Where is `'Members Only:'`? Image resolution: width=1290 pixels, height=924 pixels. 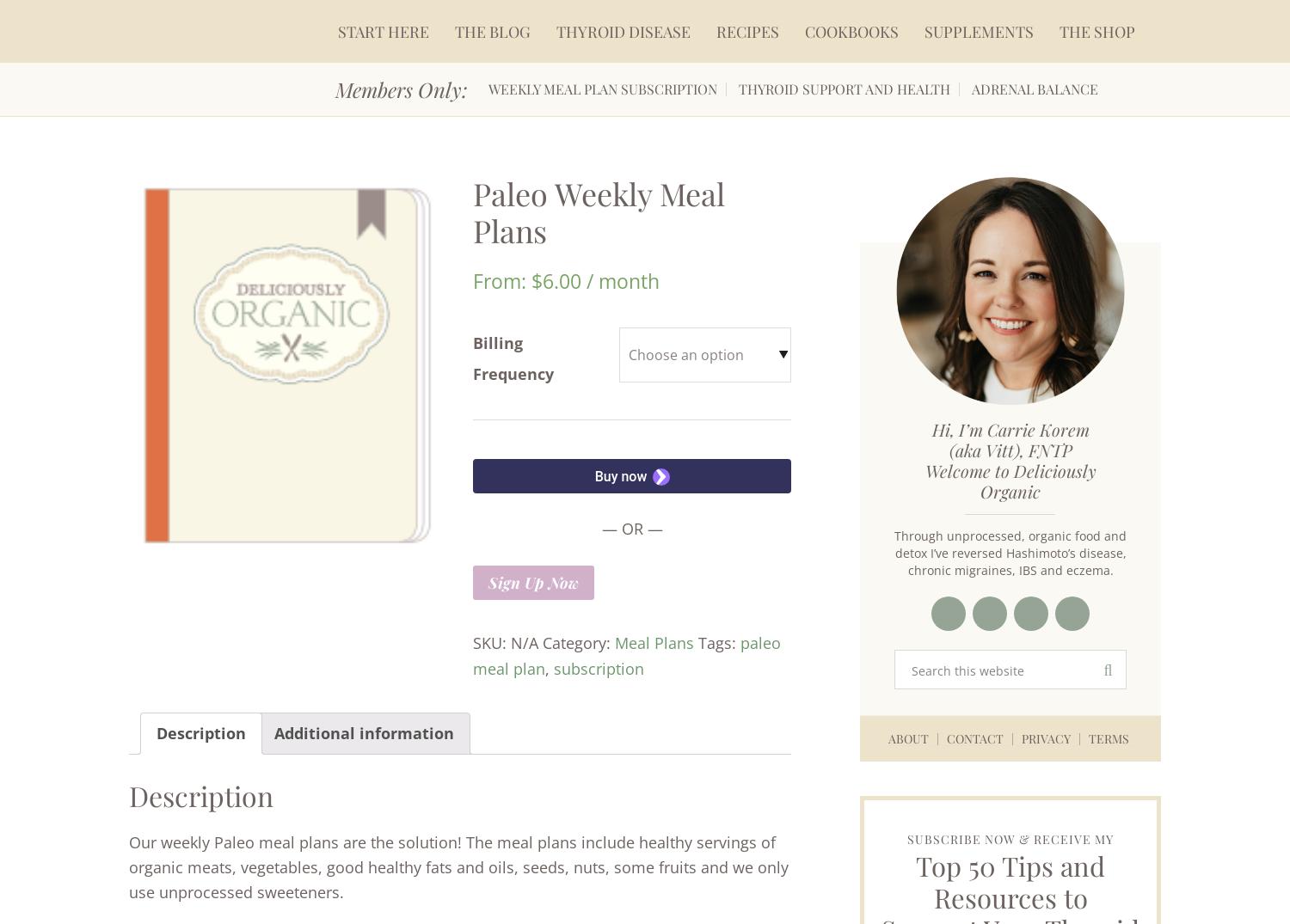 'Members Only:' is located at coordinates (400, 88).